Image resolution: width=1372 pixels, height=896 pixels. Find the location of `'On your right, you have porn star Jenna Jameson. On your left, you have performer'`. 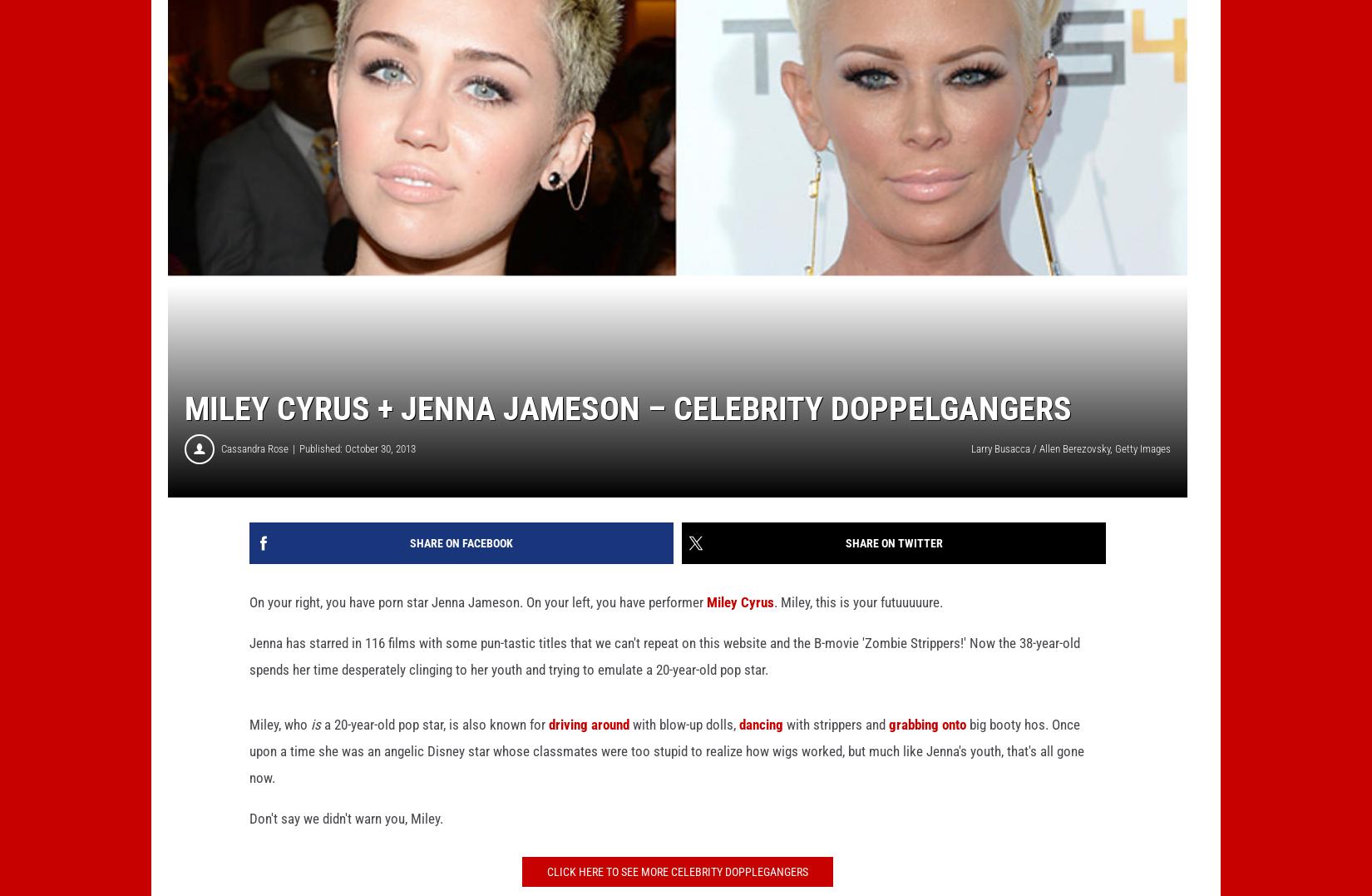

'On your right, you have porn star Jenna Jameson. On your left, you have performer' is located at coordinates (477, 627).